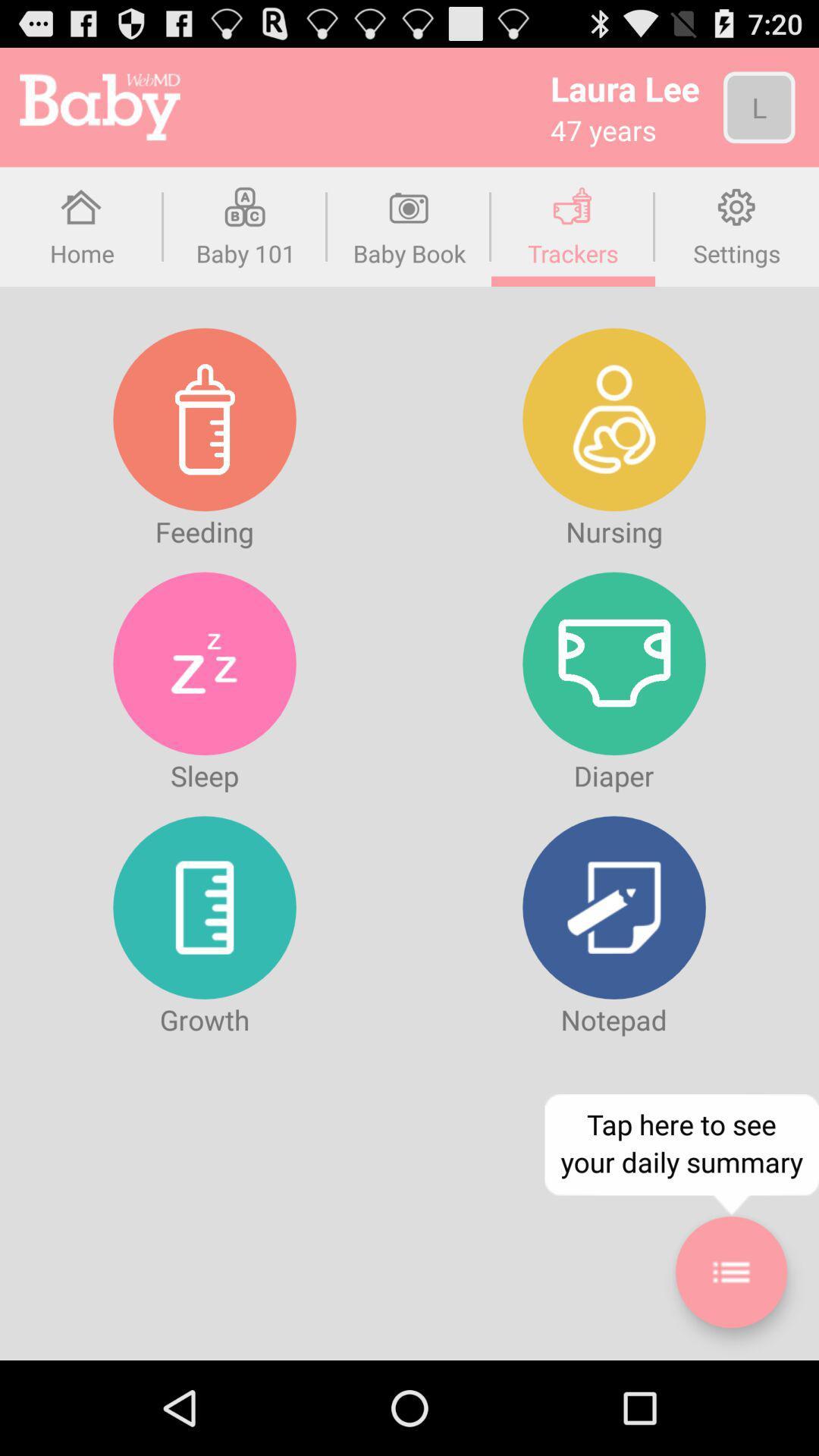  I want to click on the list icon, so click(730, 1361).